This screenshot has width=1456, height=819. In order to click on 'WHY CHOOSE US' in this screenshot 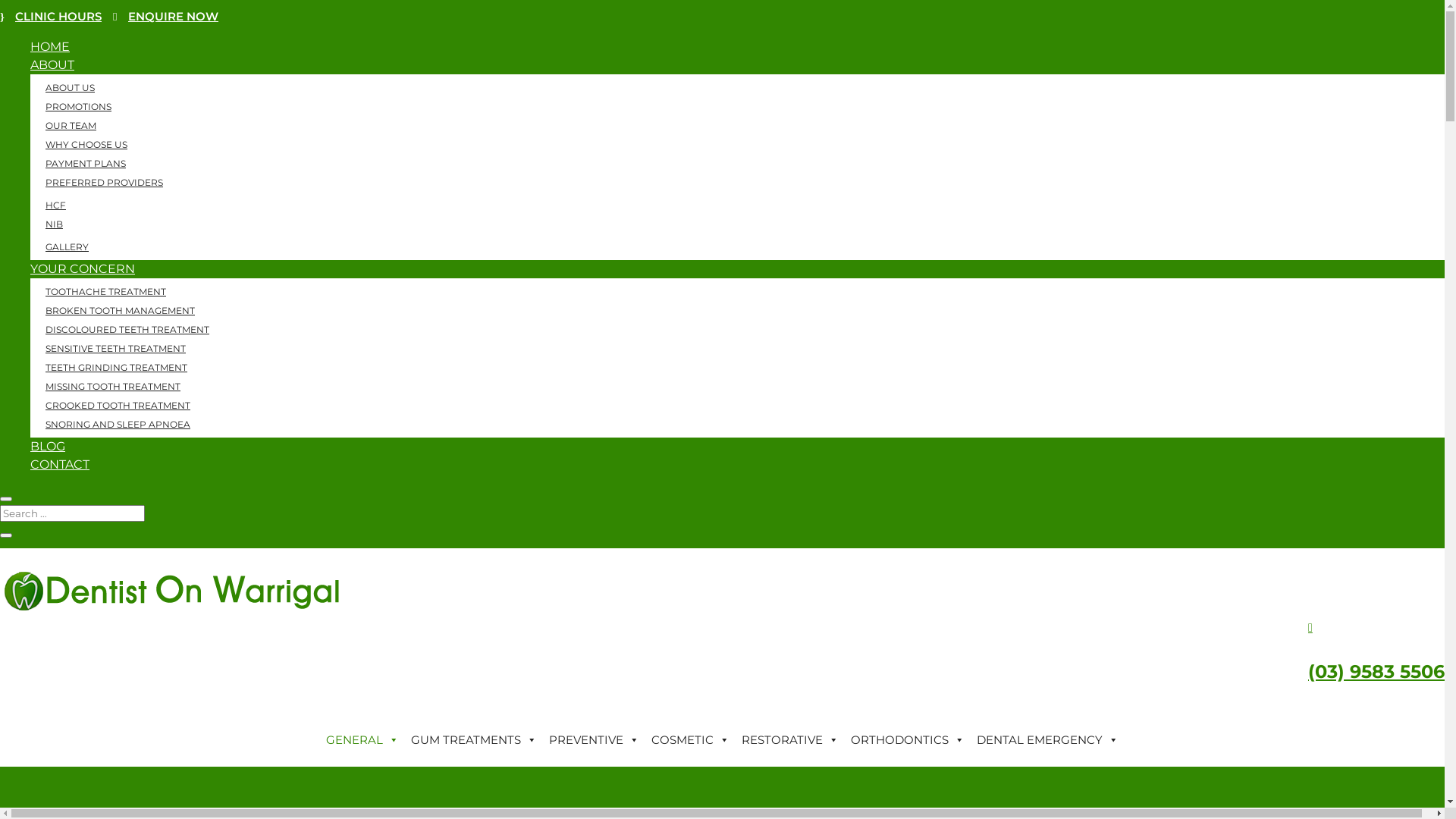, I will do `click(86, 144)`.